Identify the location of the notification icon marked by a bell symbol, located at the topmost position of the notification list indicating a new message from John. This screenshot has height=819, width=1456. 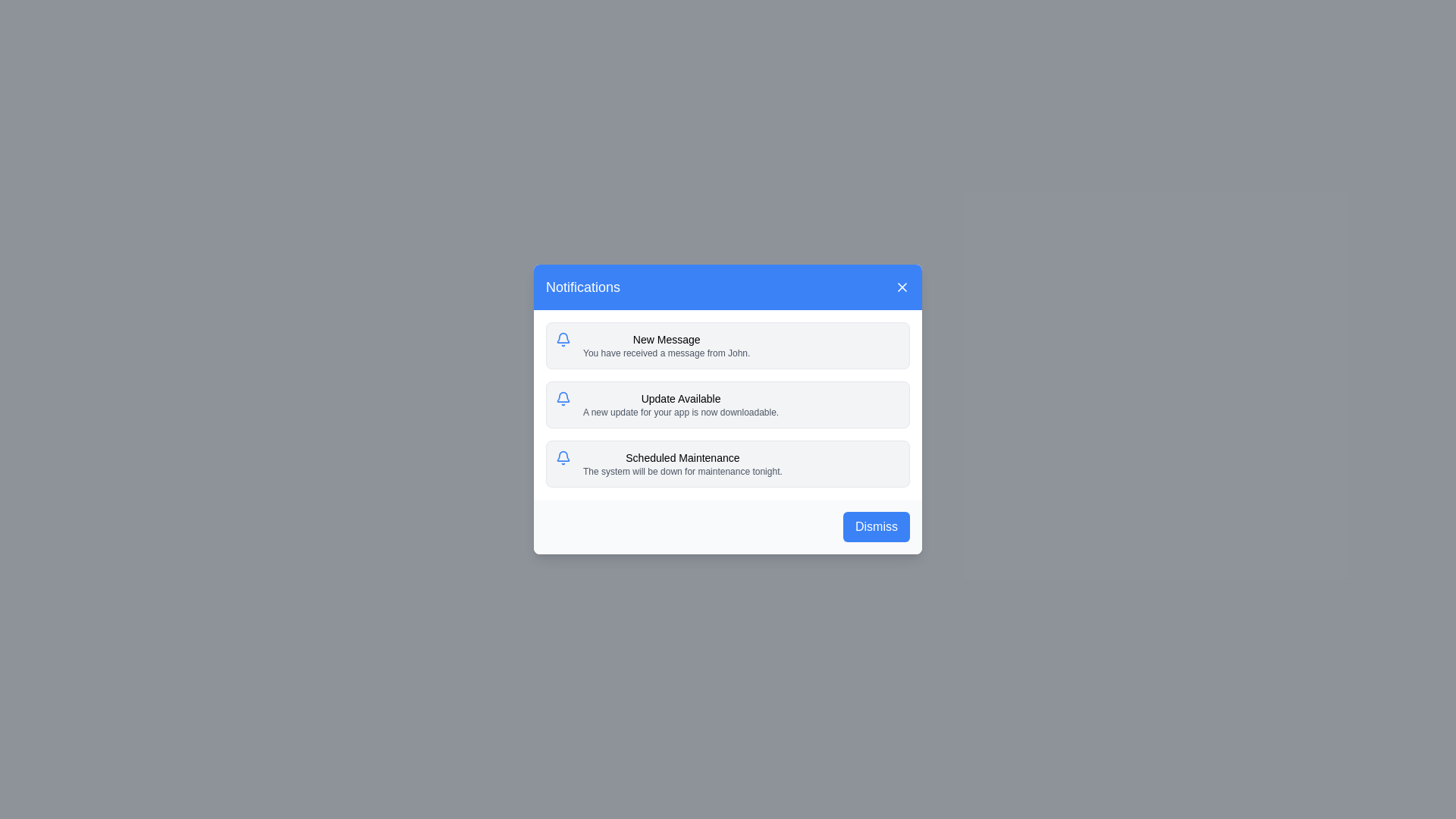
(563, 338).